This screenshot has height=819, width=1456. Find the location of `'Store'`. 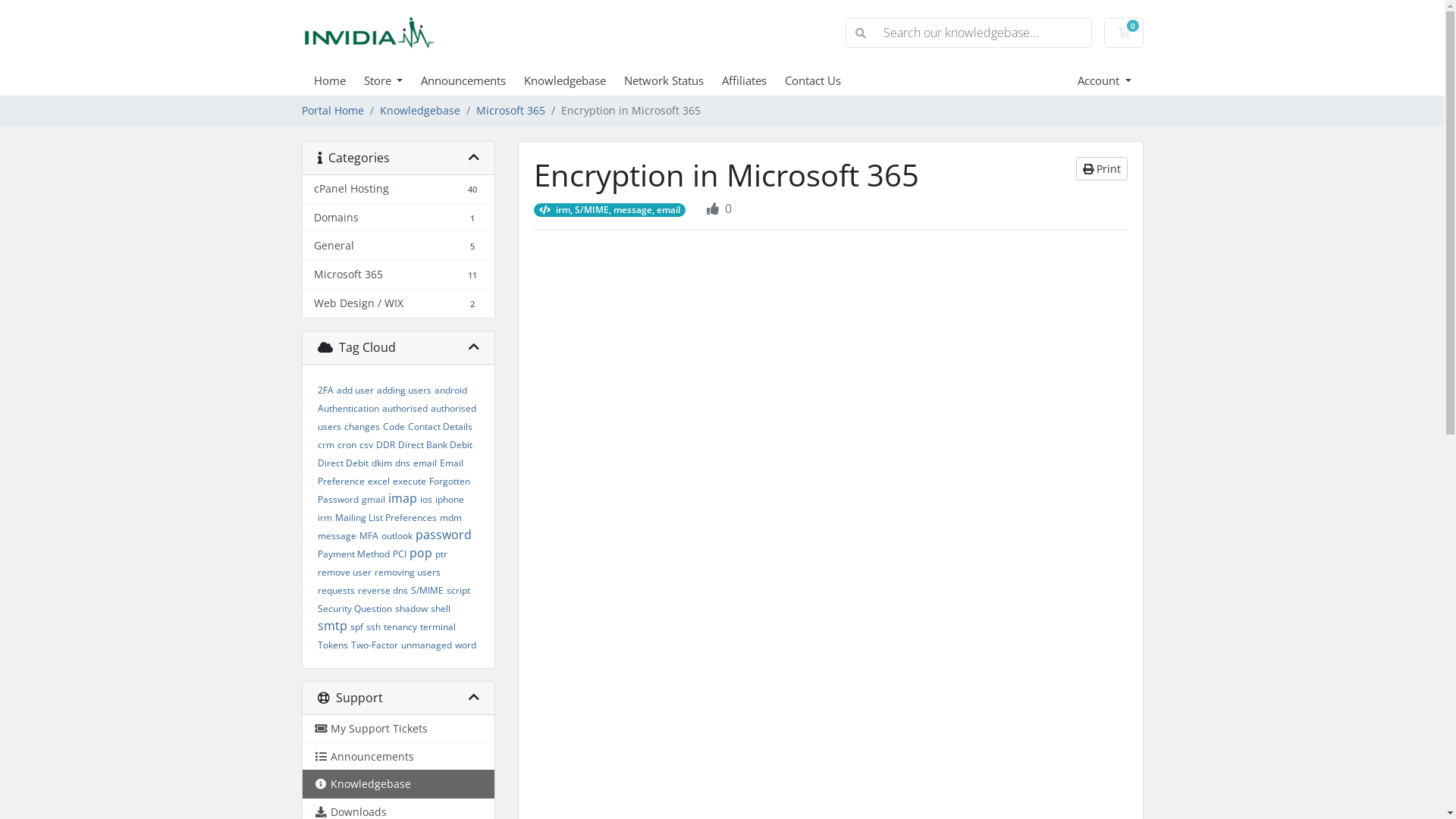

'Store' is located at coordinates (364, 80).